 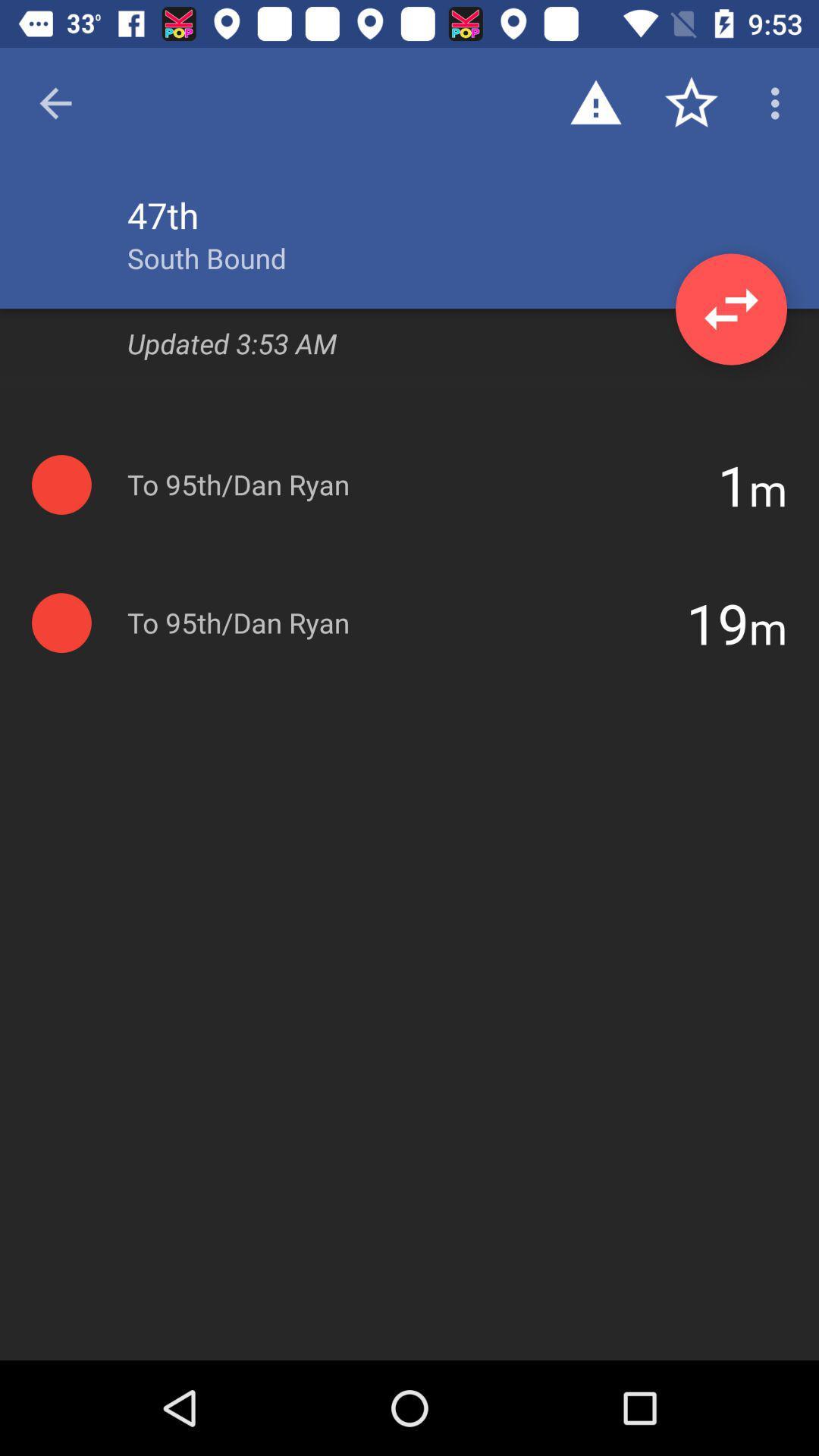 I want to click on the item next to the south bound icon, so click(x=730, y=309).